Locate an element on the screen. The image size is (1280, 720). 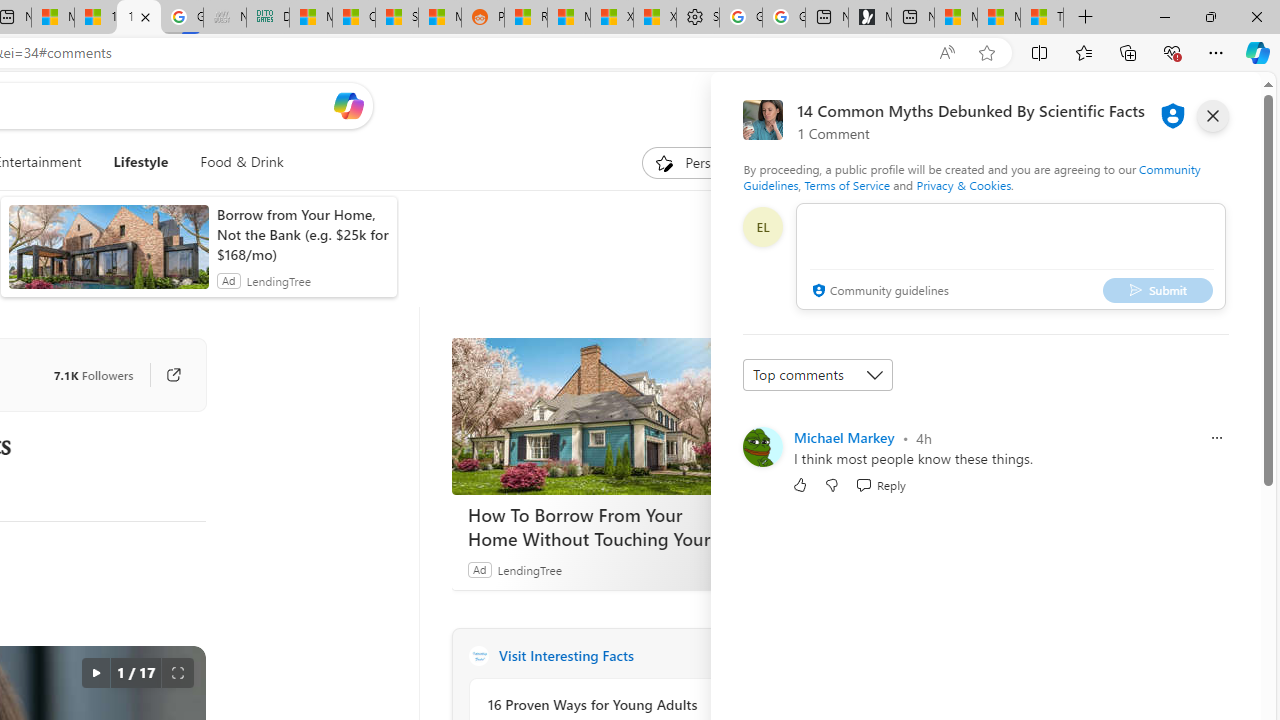
'Full screen' is located at coordinates (177, 673).